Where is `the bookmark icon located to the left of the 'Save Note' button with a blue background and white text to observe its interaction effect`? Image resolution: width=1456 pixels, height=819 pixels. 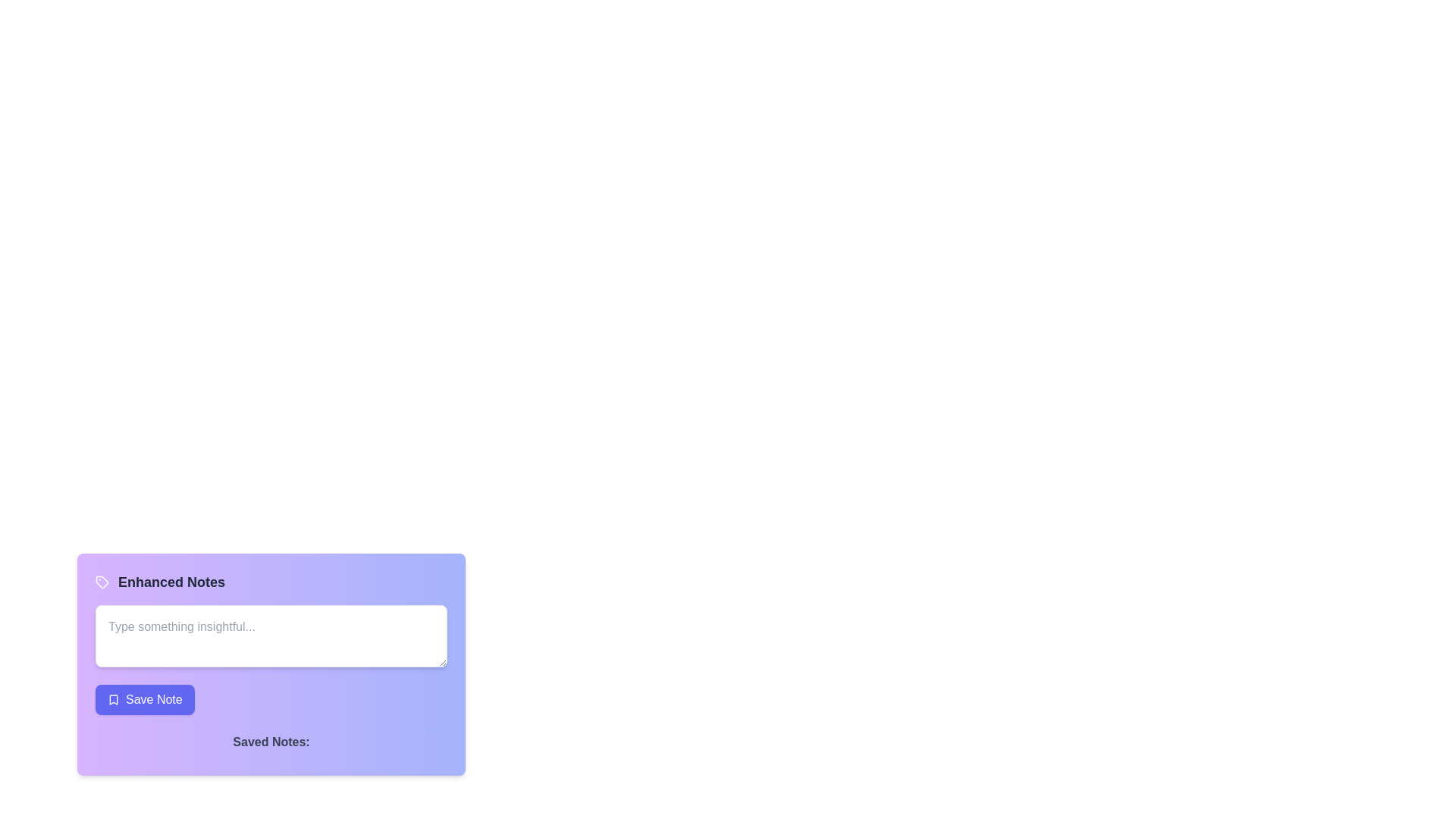 the bookmark icon located to the left of the 'Save Note' button with a blue background and white text to observe its interaction effect is located at coordinates (112, 699).